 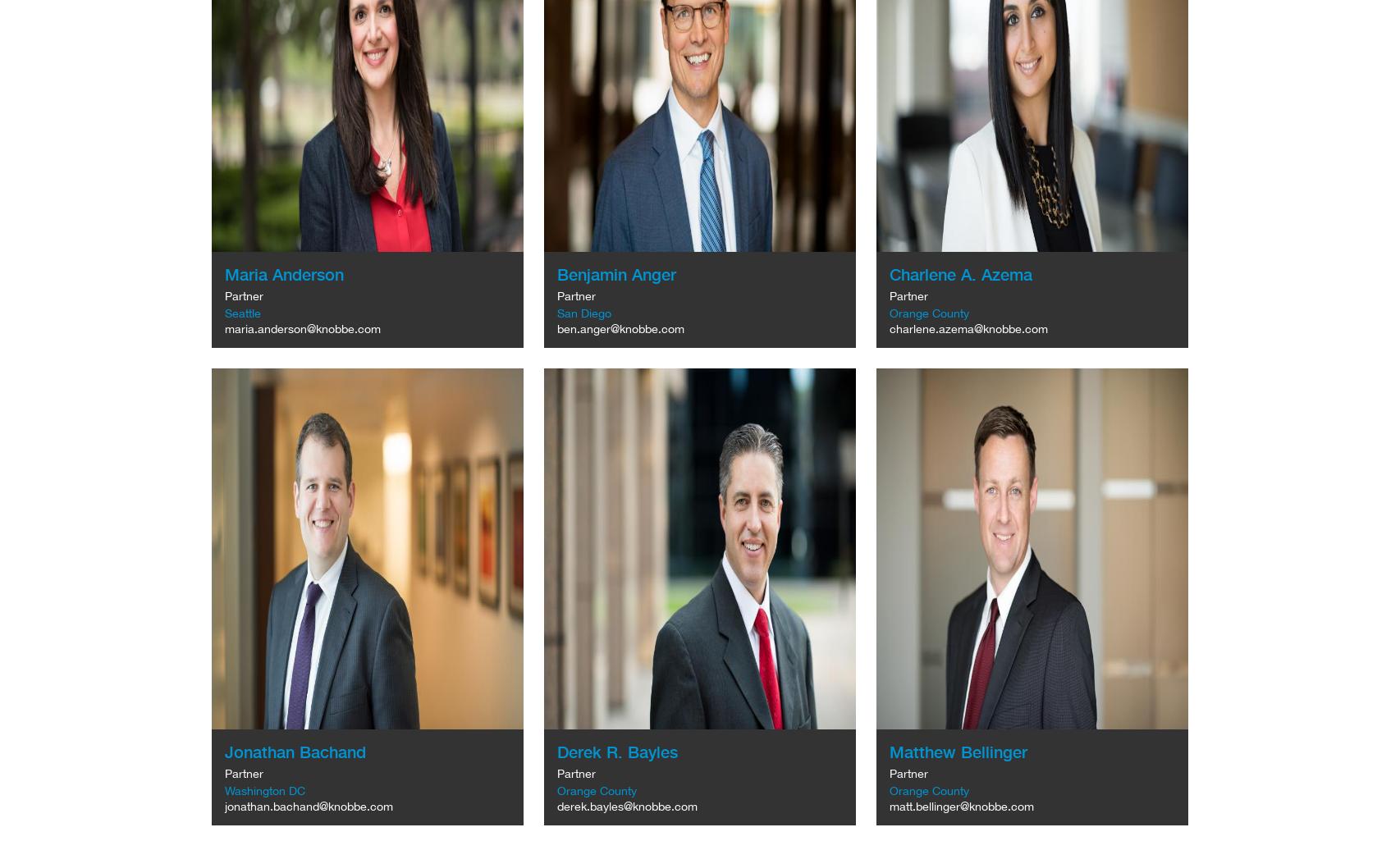 I want to click on 'Seattle', so click(x=242, y=313).